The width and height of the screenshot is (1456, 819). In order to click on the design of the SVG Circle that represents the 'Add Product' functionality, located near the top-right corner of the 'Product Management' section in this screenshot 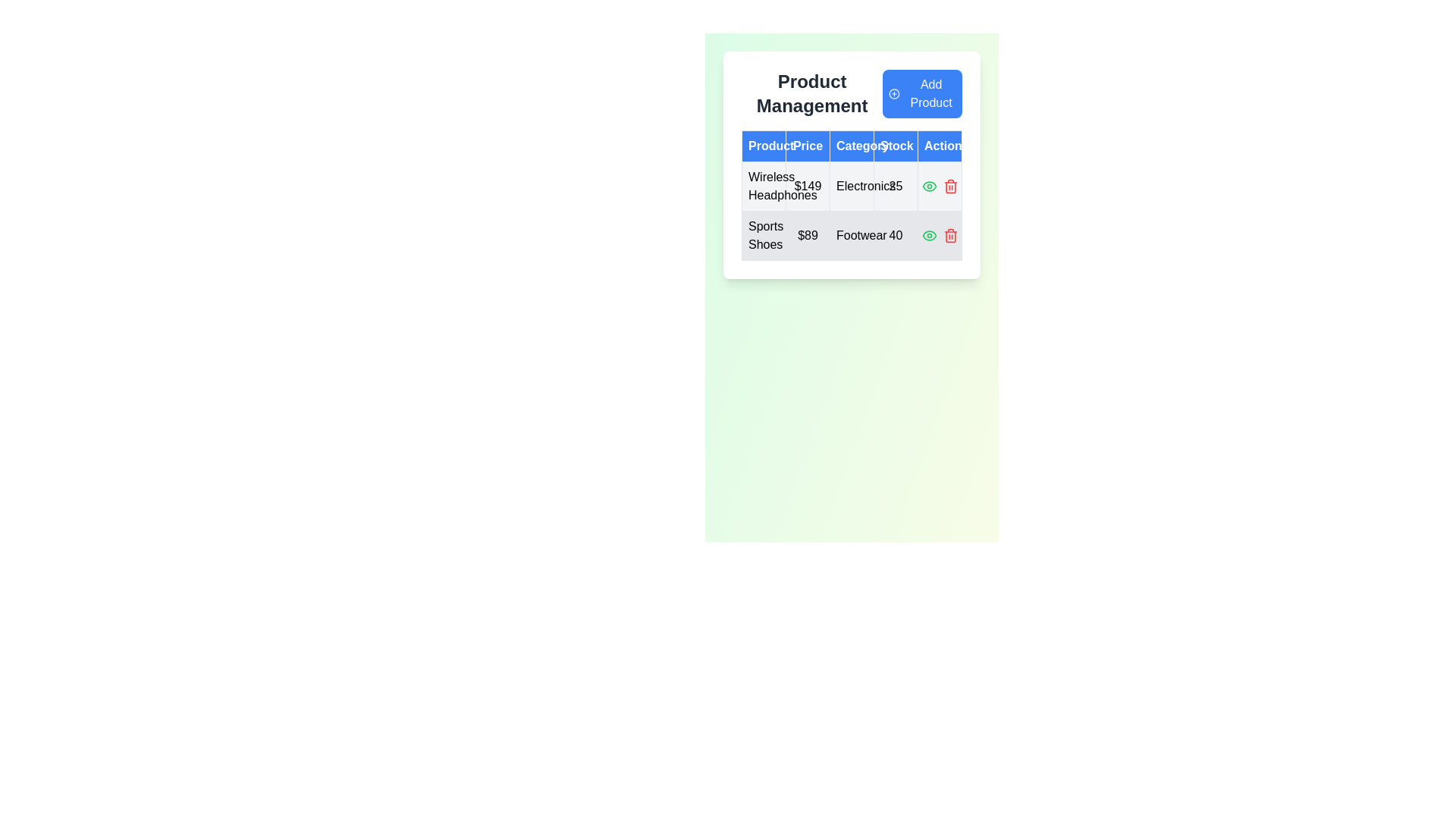, I will do `click(894, 93)`.